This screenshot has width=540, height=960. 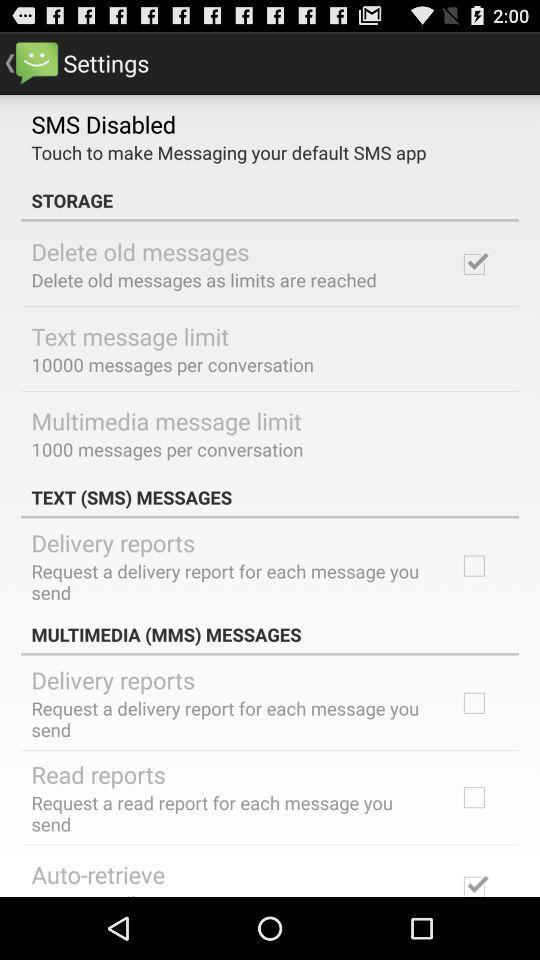 What do you see at coordinates (97, 873) in the screenshot?
I see `item below request a read` at bounding box center [97, 873].